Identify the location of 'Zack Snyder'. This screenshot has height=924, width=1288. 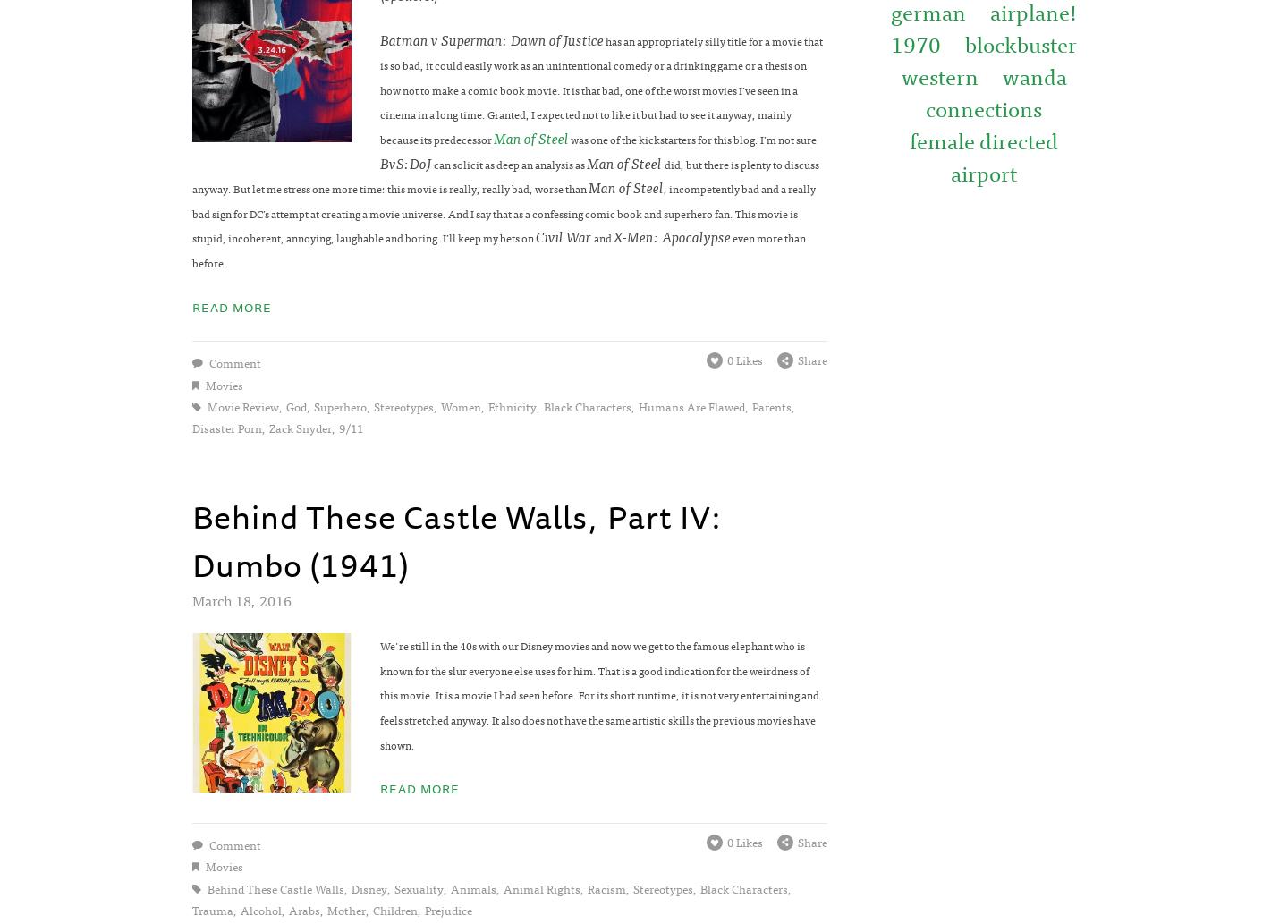
(300, 428).